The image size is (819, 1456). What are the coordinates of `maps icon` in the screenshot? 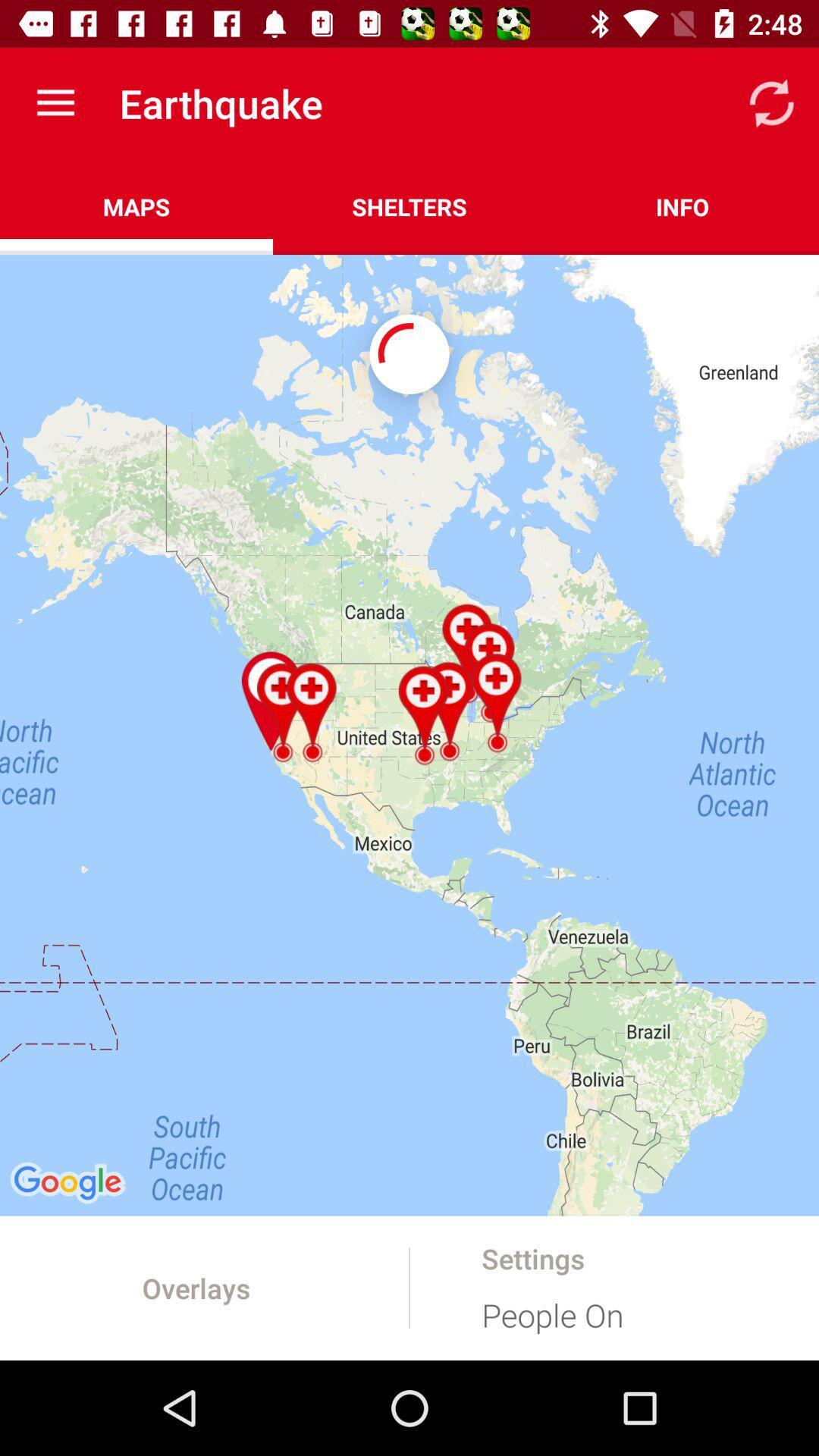 It's located at (136, 206).